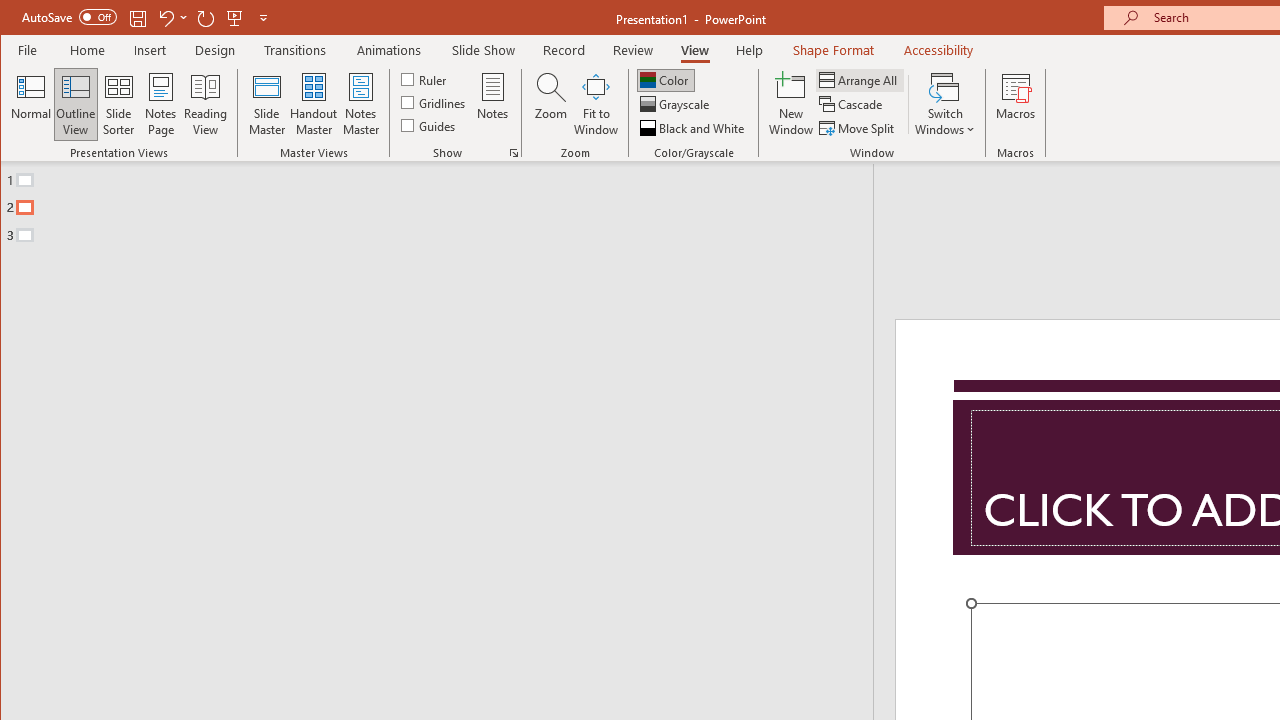 This screenshot has width=1280, height=720. I want to click on 'Notes', so click(493, 104).